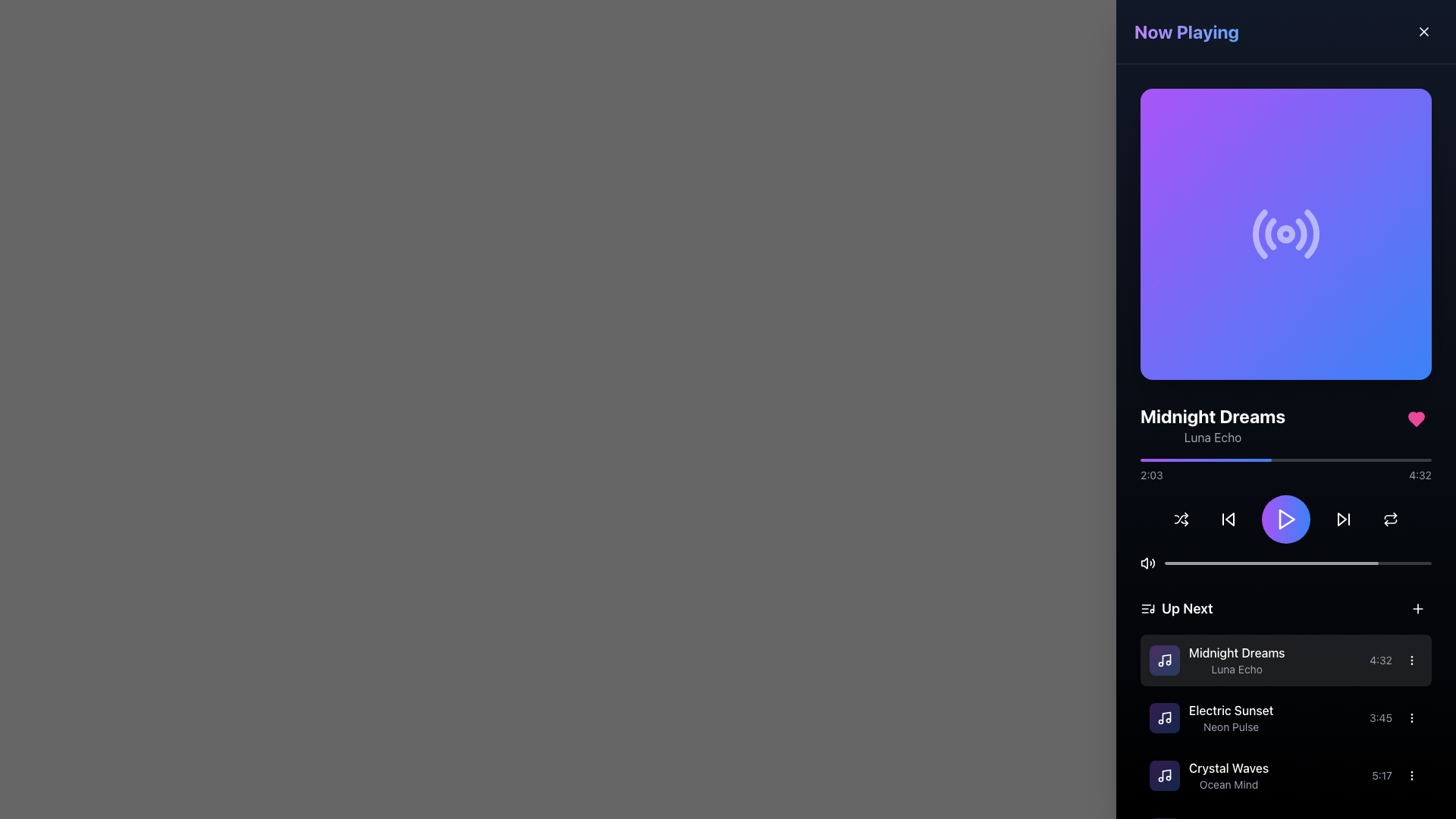  What do you see at coordinates (1420, 475) in the screenshot?
I see `the text label displaying '4:32' in the bottom-right section of the 'Now Playing' panel, which is close to the playback progress bar` at bounding box center [1420, 475].